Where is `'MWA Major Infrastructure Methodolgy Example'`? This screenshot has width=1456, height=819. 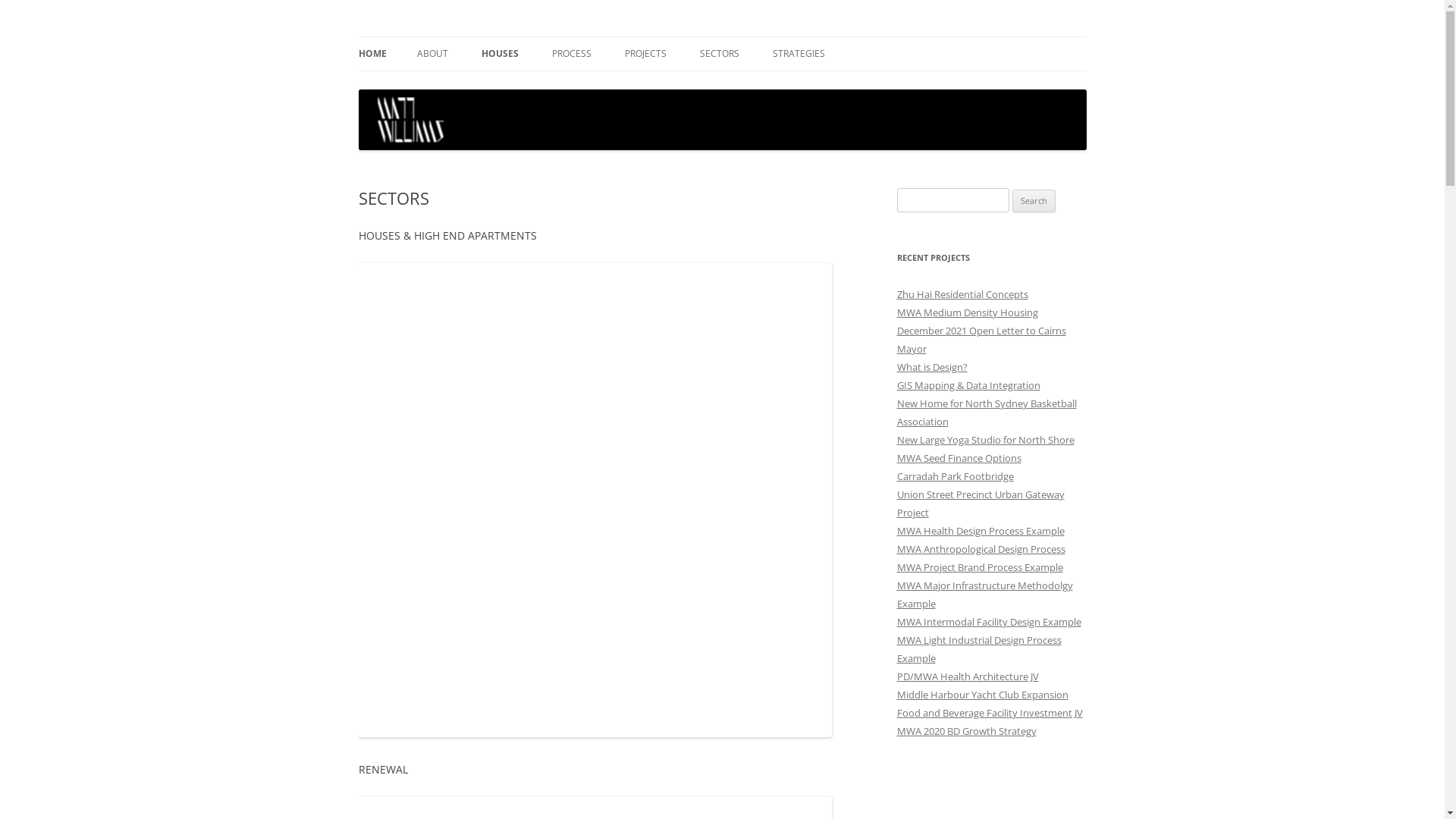 'MWA Major Infrastructure Methodolgy Example' is located at coordinates (896, 593).